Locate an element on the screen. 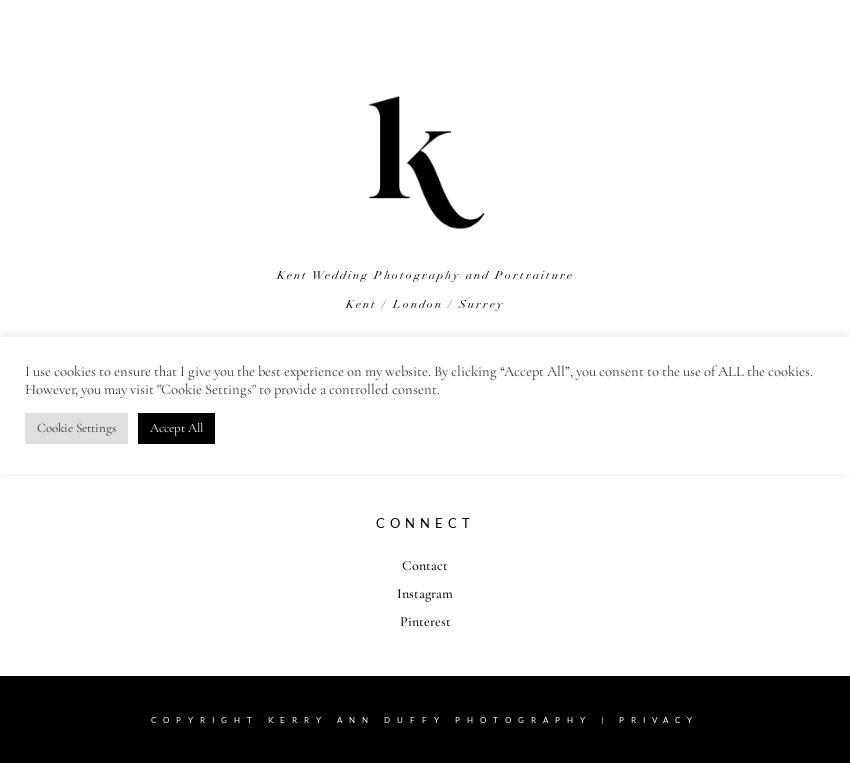 The height and width of the screenshot is (763, 850). 'Kent Wedding Photography and Portraiture' is located at coordinates (424, 275).